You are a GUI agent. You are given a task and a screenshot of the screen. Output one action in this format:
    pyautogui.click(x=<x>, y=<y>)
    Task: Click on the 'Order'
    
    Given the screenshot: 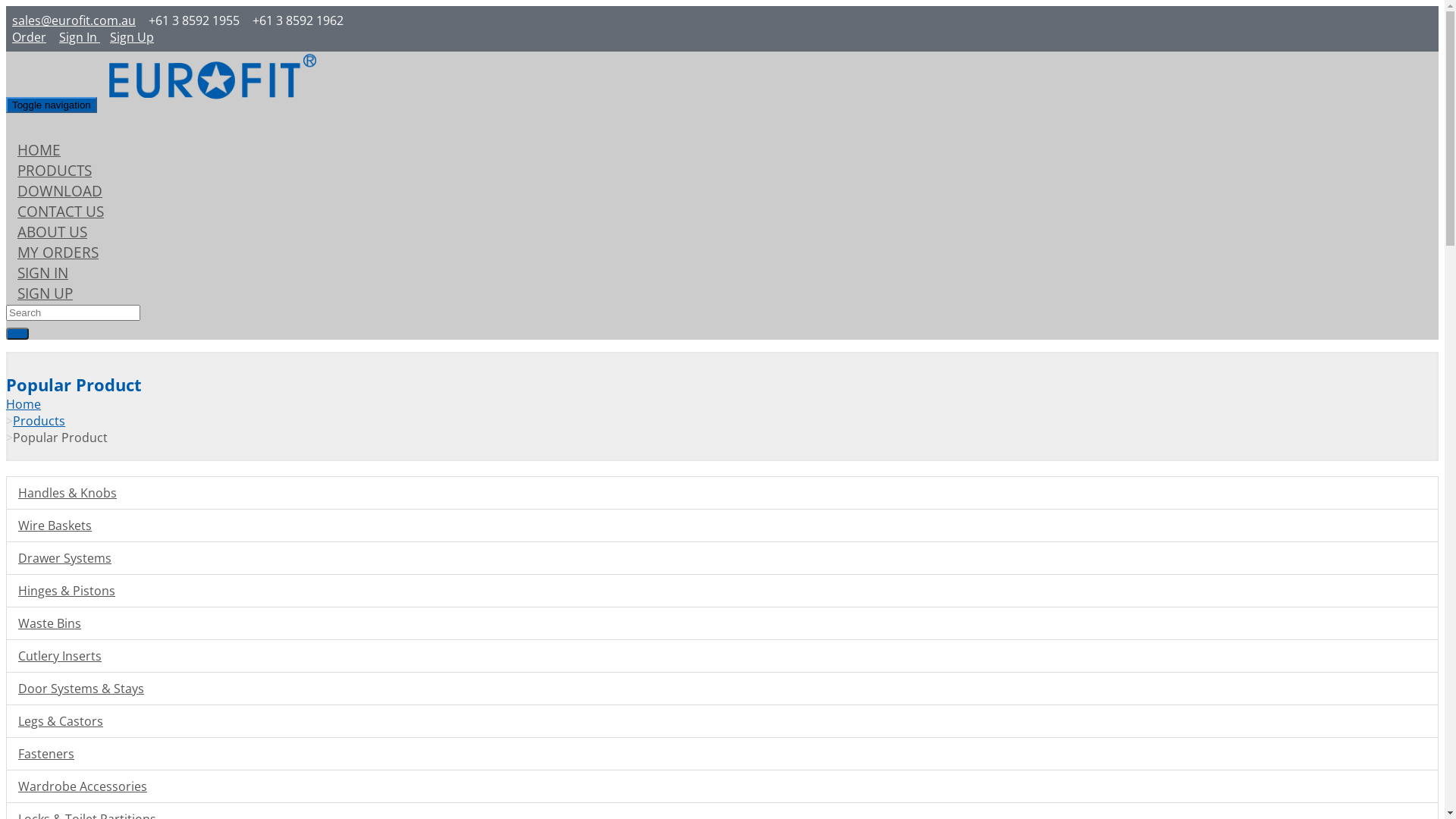 What is the action you would take?
    pyautogui.click(x=28, y=36)
    